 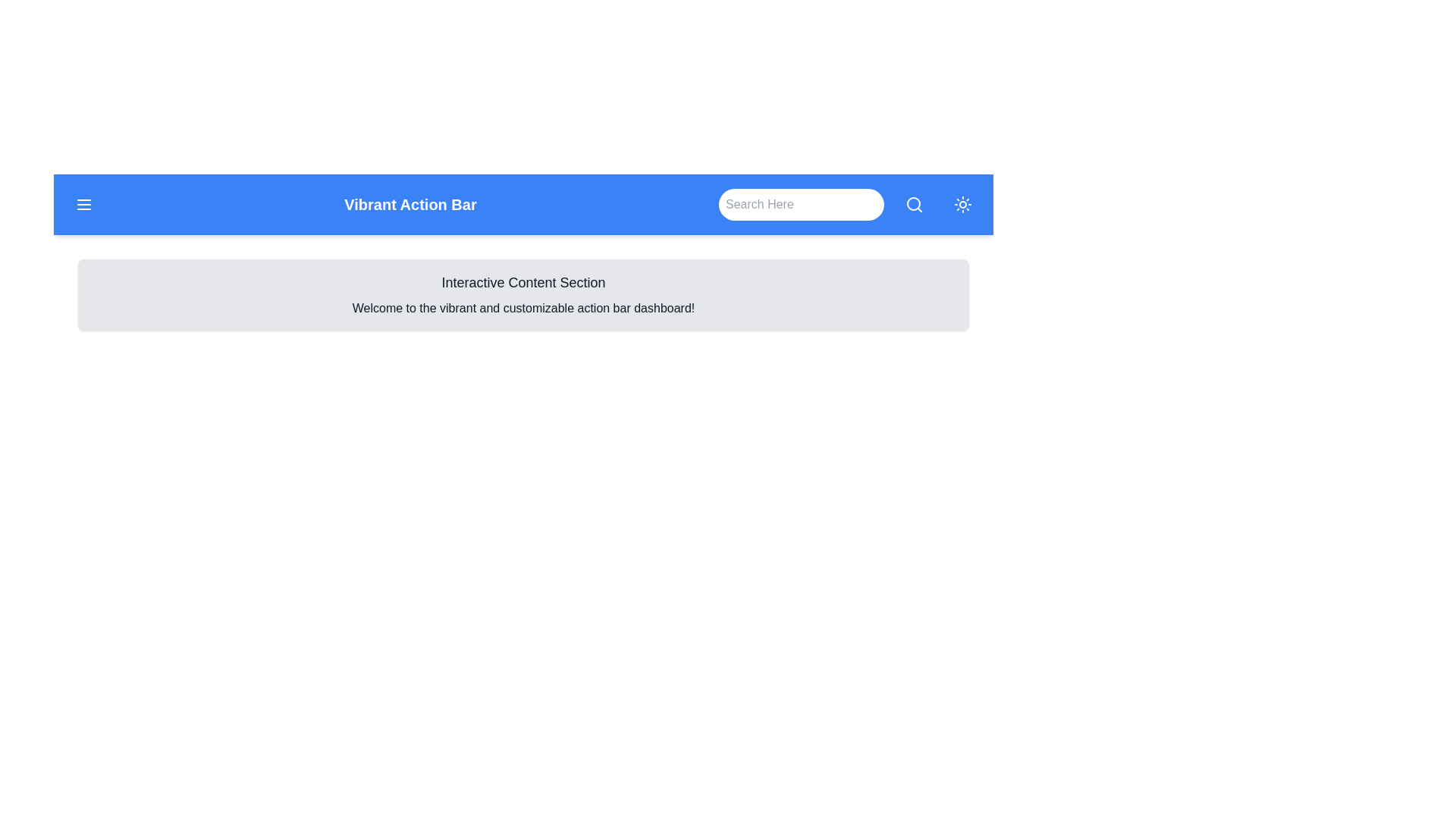 I want to click on the search input field and type the text 'example search', so click(x=800, y=205).